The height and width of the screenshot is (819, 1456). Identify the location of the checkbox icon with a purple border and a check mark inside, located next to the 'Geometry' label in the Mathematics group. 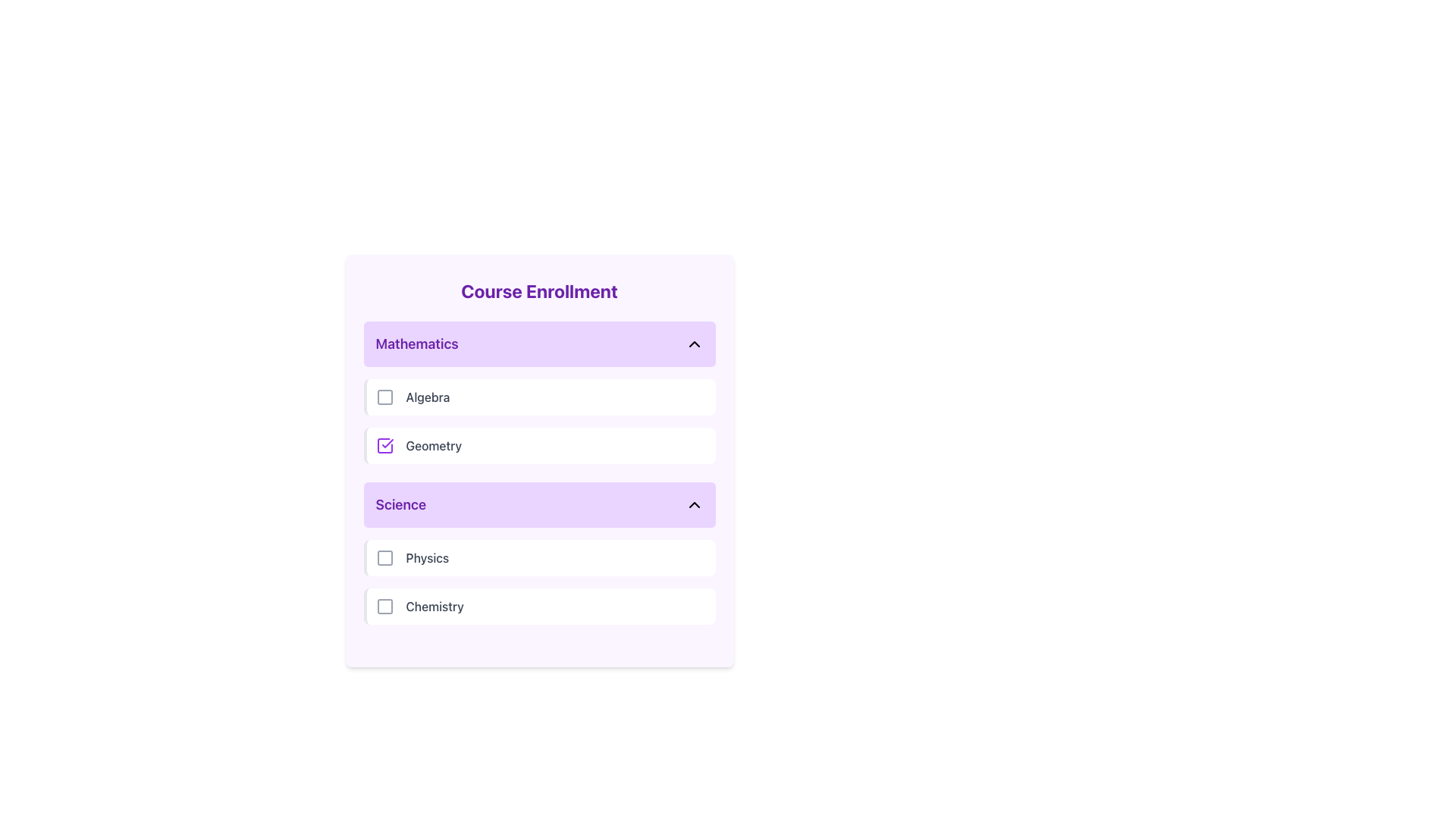
(384, 444).